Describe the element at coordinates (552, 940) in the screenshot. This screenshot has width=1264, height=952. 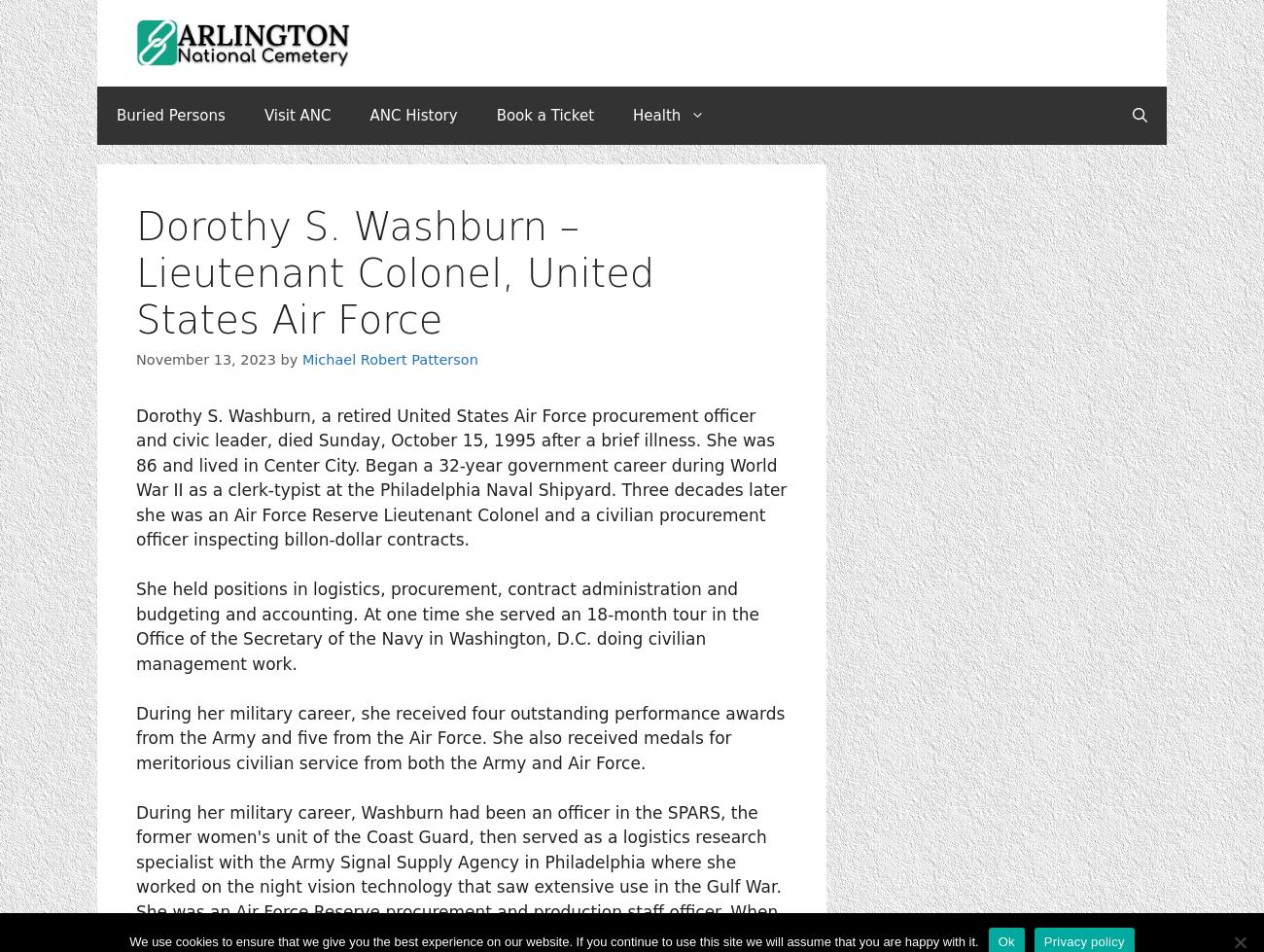
I see `'We use cookies to ensure that we give you the best experience on our website. If you continue to use this site we will assume that you are happy with it.'` at that location.